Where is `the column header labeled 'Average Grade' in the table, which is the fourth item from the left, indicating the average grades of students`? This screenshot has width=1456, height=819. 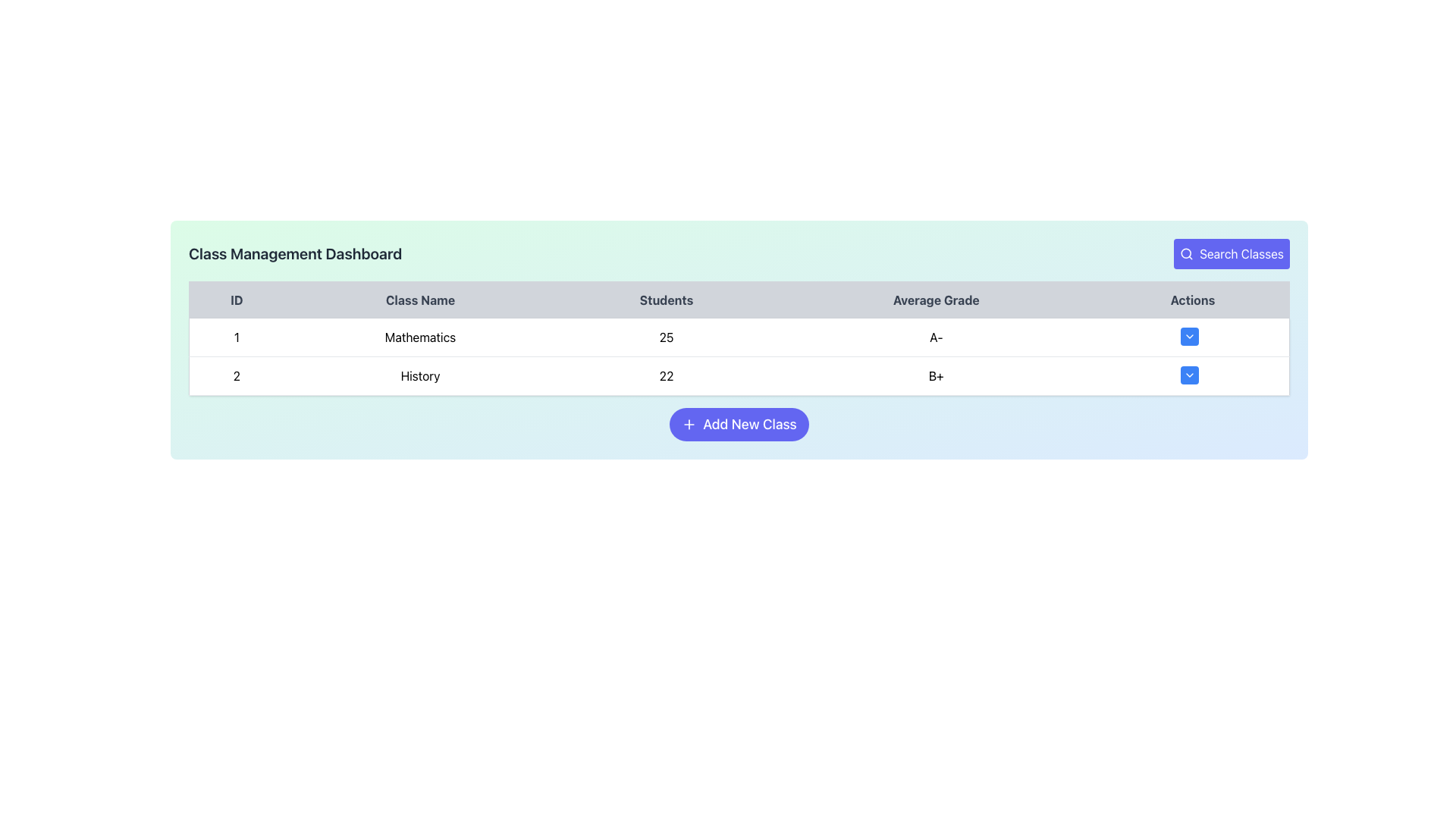 the column header labeled 'Average Grade' in the table, which is the fourth item from the left, indicating the average grades of students is located at coordinates (935, 300).